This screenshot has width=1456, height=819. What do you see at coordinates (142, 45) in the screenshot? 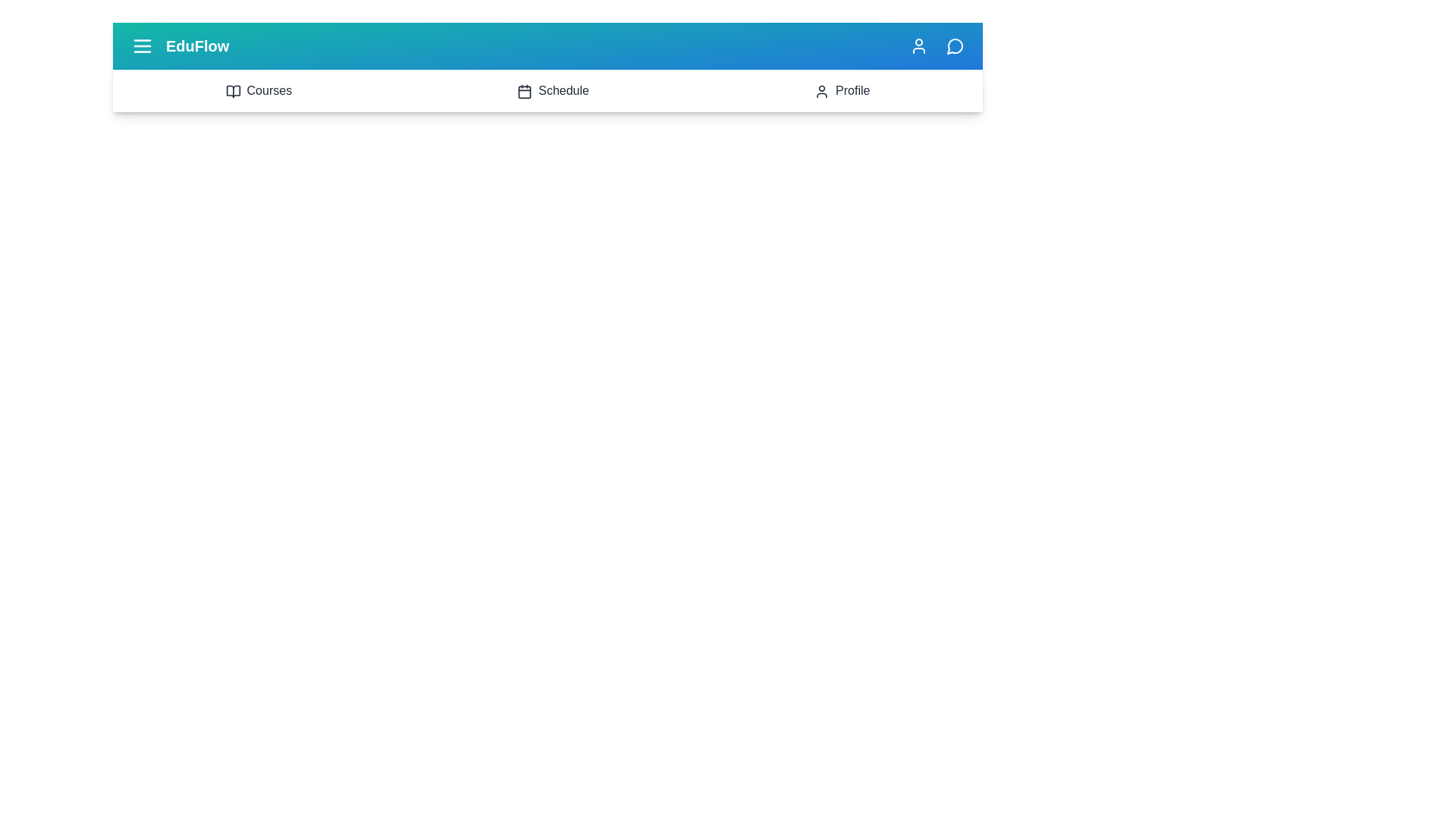
I see `the menu icon to toggle the navigation menu` at bounding box center [142, 45].